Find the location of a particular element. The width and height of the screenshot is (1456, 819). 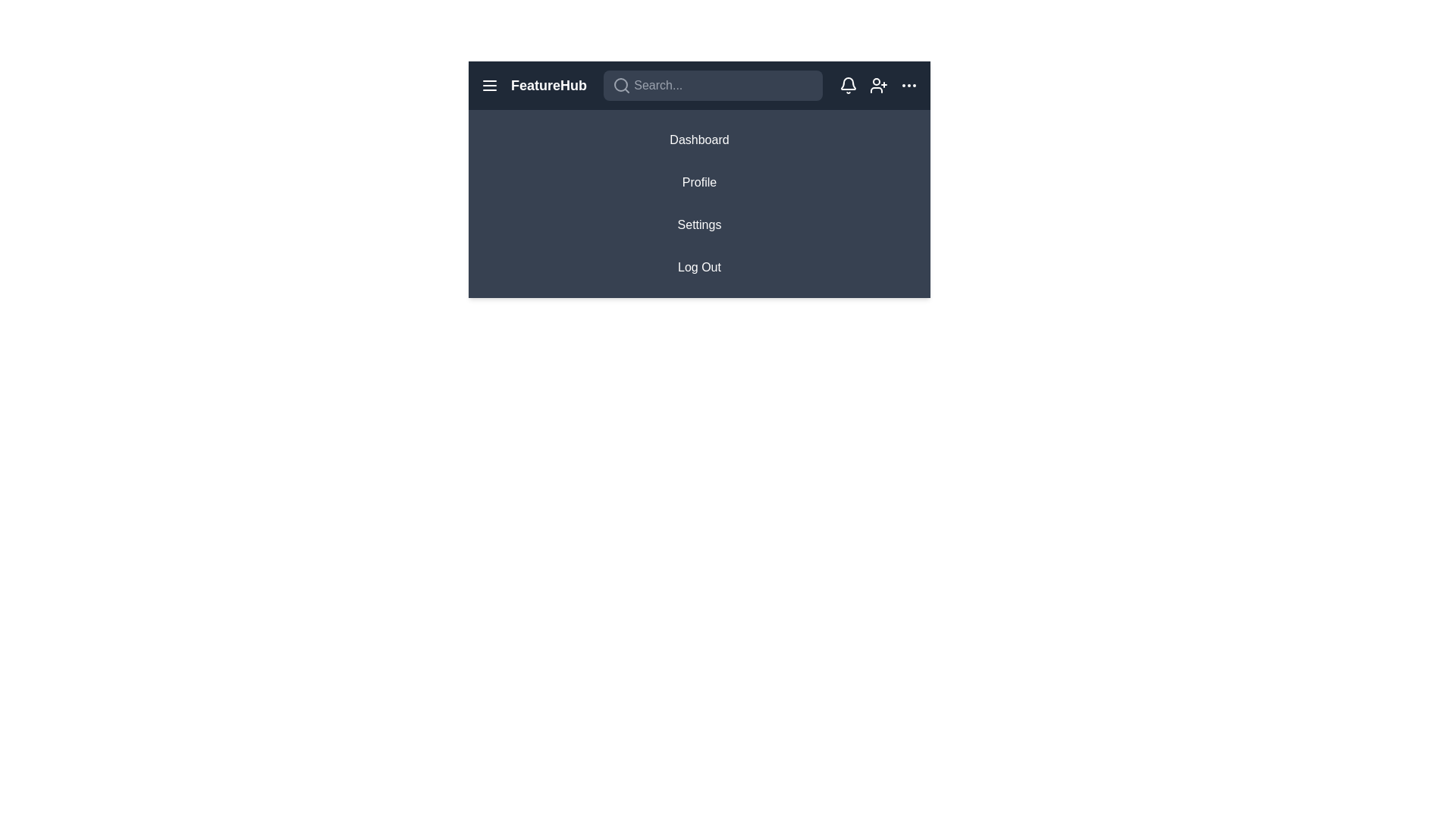

the hamburger menu icon located at the top-left corner of the interface, which is styled as three horizontal lines and is positioned within the dark header bar next to the title 'FeatureHub' is located at coordinates (490, 85).